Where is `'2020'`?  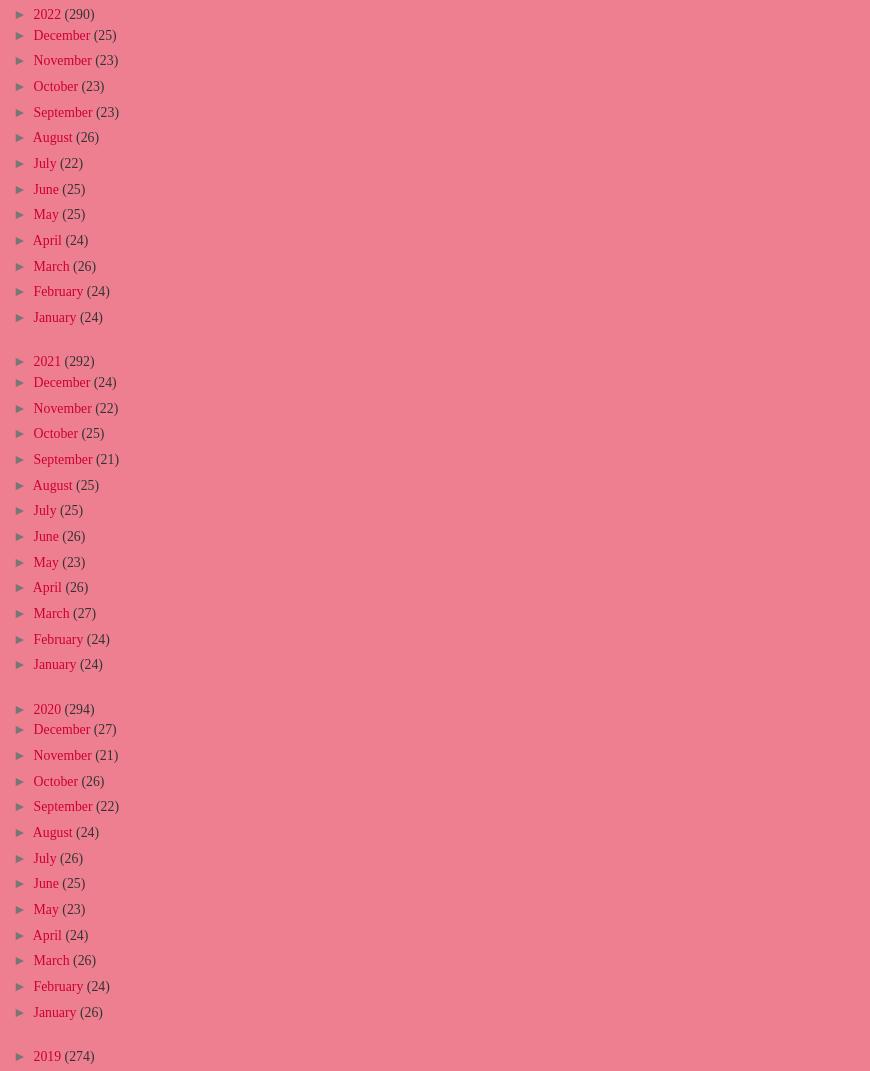
'2020' is located at coordinates (47, 708).